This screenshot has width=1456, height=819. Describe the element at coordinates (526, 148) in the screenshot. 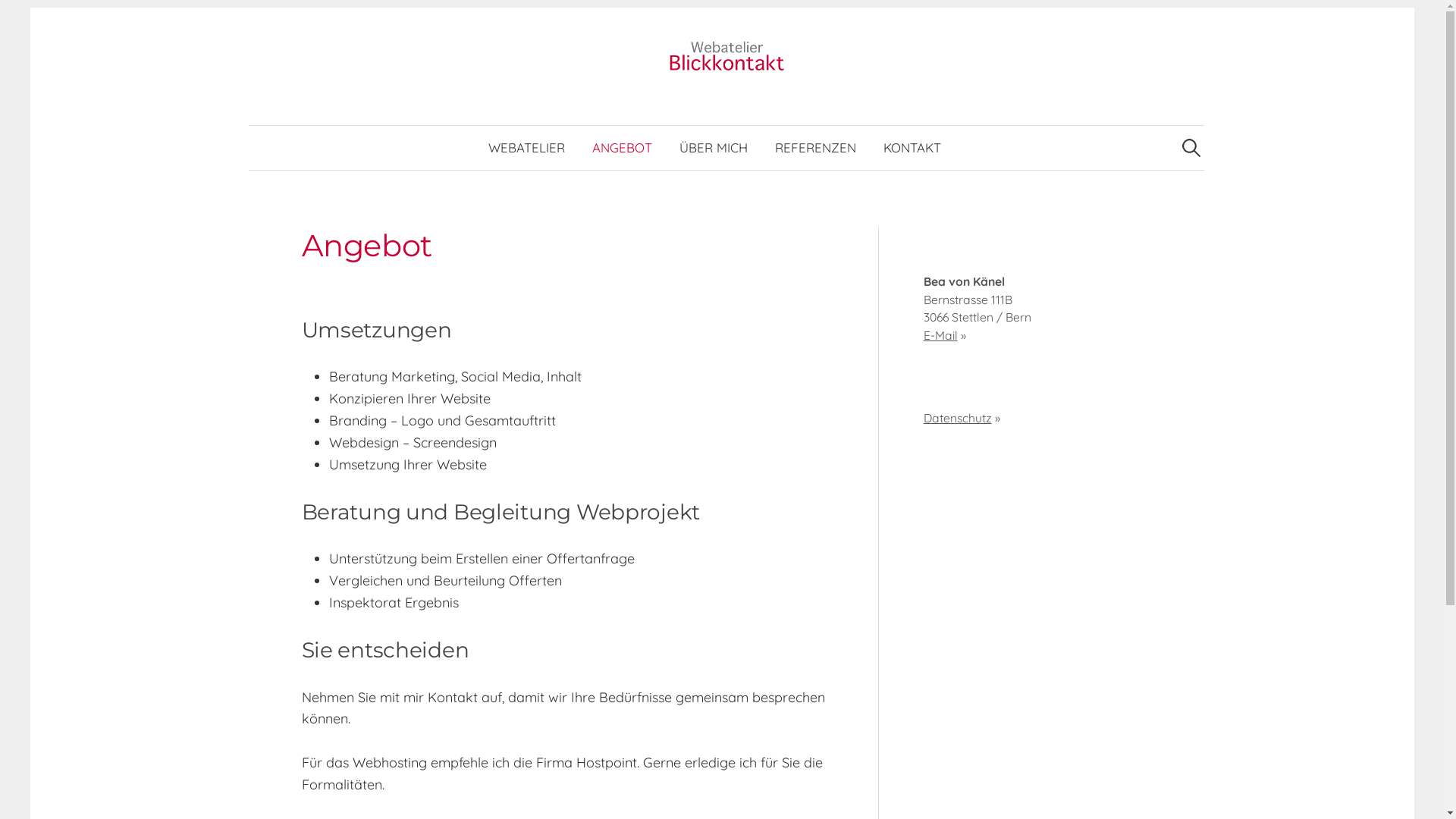

I see `'WEBATELIER'` at that location.